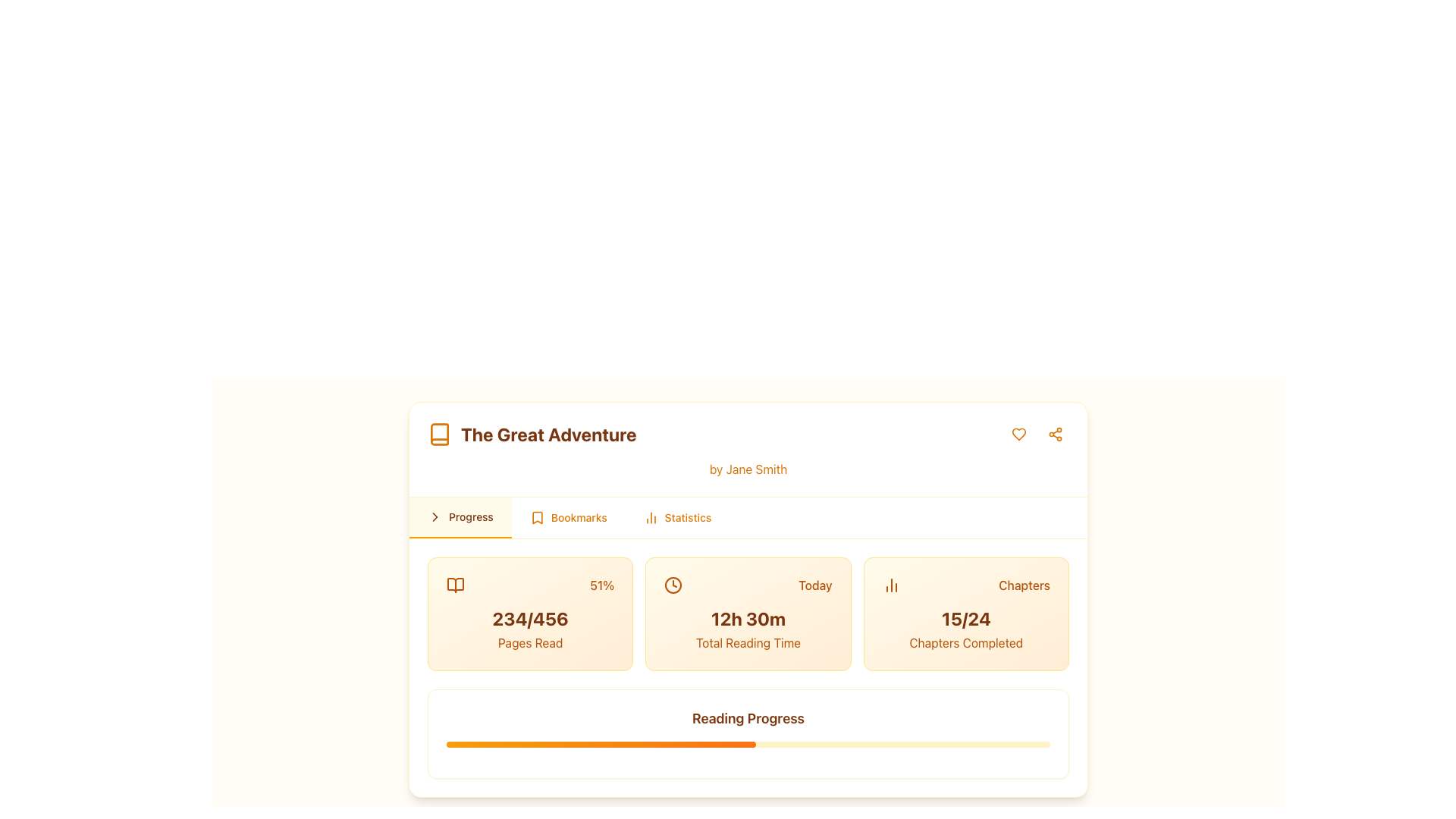 The height and width of the screenshot is (819, 1456). Describe the element at coordinates (454, 584) in the screenshot. I see `the amber open book icon located to the left of the text 'The Great Adventure' in the header of the card-like UI component` at that location.